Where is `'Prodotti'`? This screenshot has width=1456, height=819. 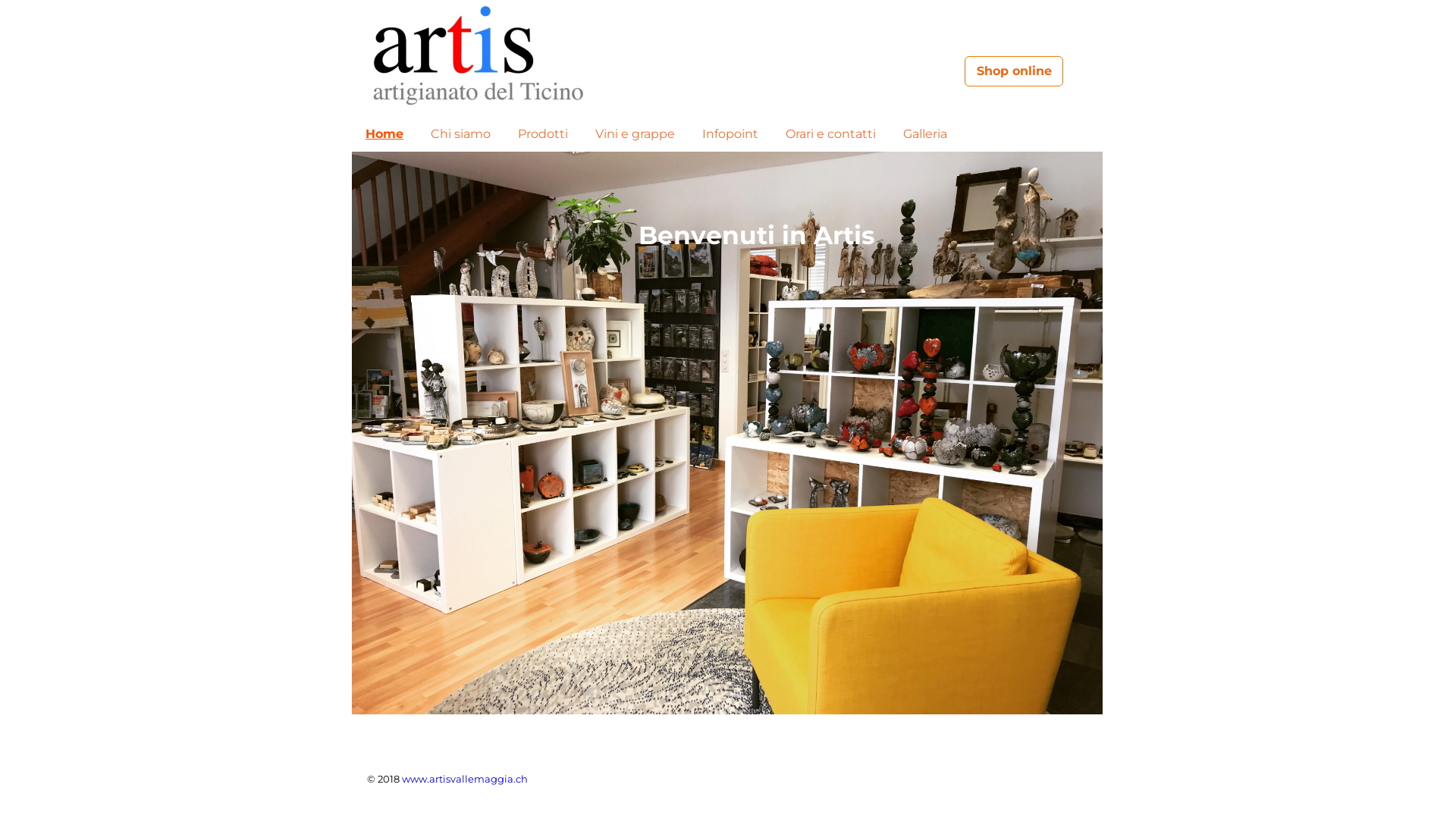 'Prodotti' is located at coordinates (542, 133).